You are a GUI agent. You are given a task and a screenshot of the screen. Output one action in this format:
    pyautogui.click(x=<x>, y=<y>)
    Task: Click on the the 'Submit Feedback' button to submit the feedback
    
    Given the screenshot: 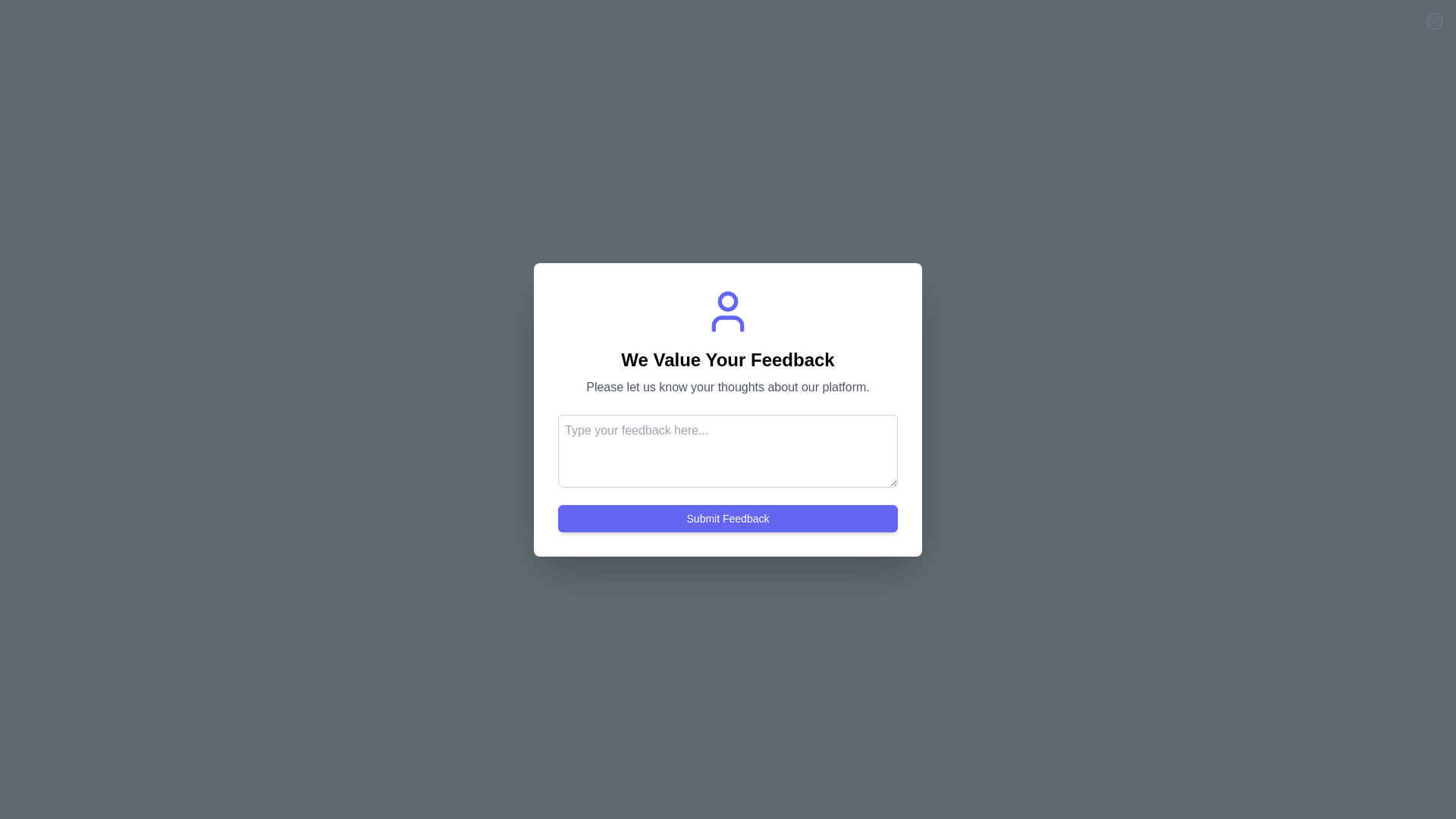 What is the action you would take?
    pyautogui.click(x=728, y=517)
    